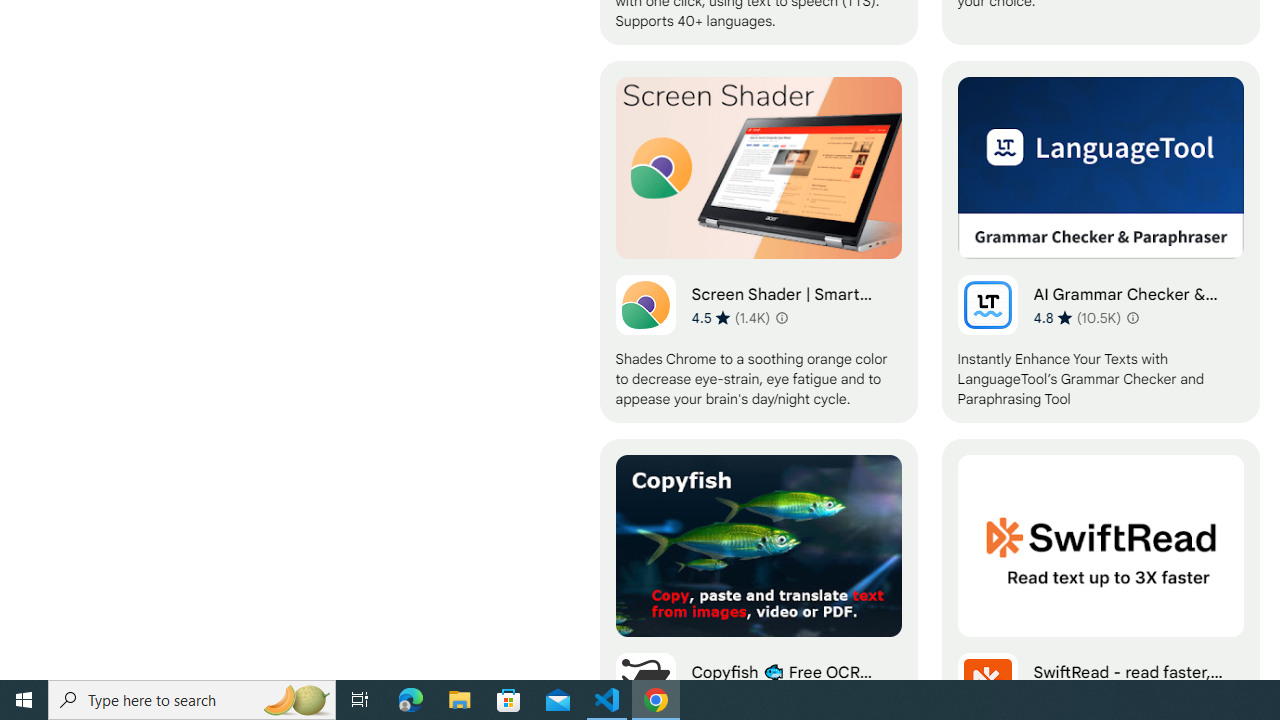 This screenshot has height=720, width=1280. Describe the element at coordinates (729, 316) in the screenshot. I see `'Average rating 4.5 out of 5 stars. 1.4K ratings.'` at that location.